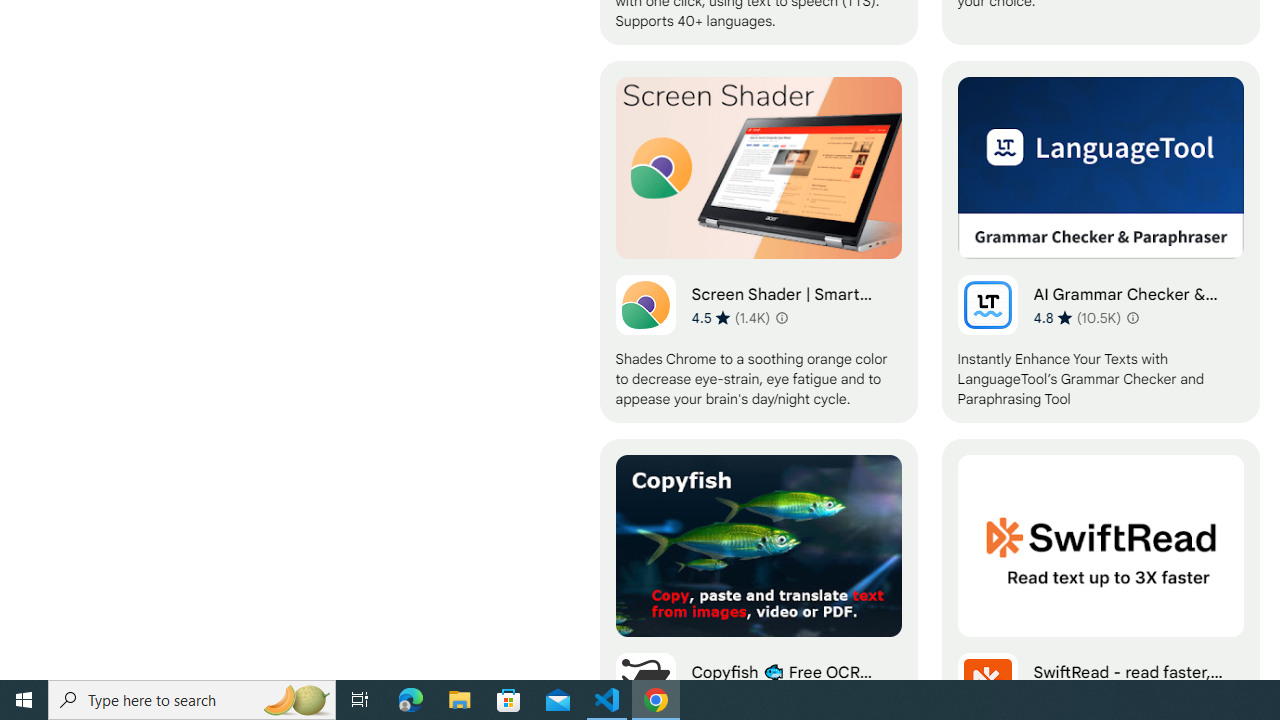 This screenshot has height=720, width=1280. Describe the element at coordinates (729, 316) in the screenshot. I see `'Average rating 4.5 out of 5 stars. 1.4K ratings.'` at that location.